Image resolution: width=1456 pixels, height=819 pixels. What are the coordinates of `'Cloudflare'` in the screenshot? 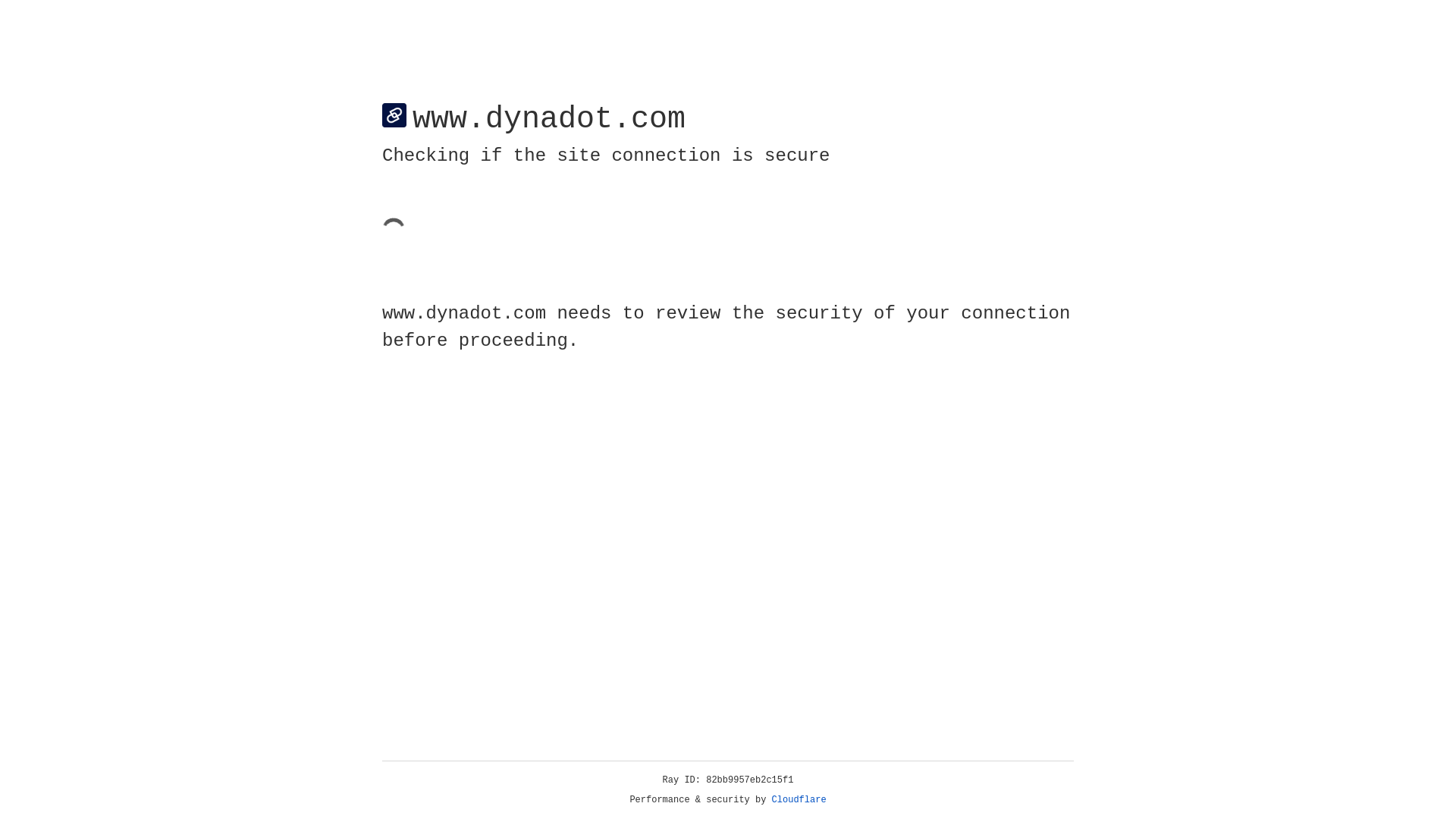 It's located at (799, 799).